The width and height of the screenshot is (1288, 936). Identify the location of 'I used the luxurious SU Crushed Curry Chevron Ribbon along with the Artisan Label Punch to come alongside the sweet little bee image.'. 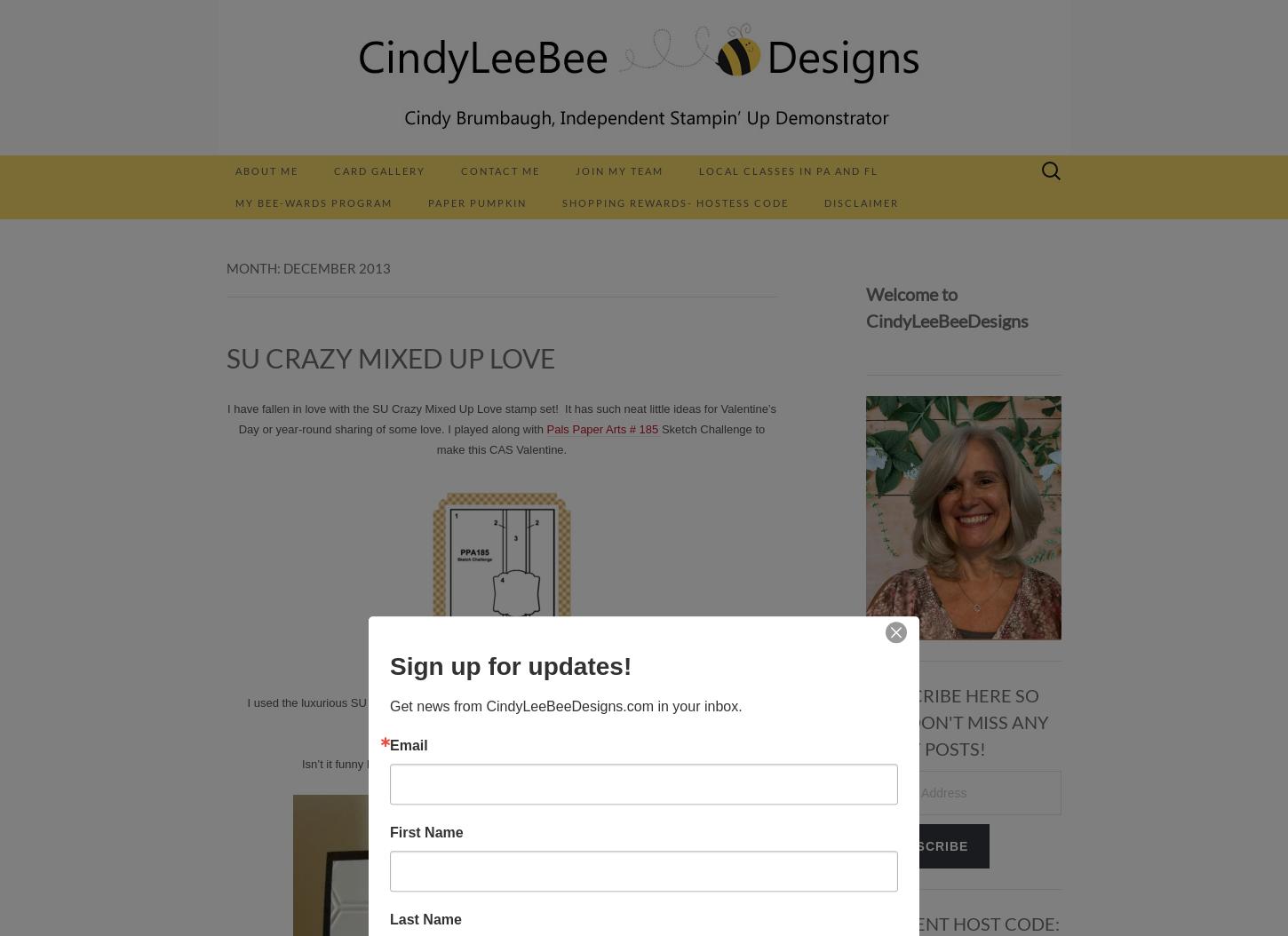
(246, 712).